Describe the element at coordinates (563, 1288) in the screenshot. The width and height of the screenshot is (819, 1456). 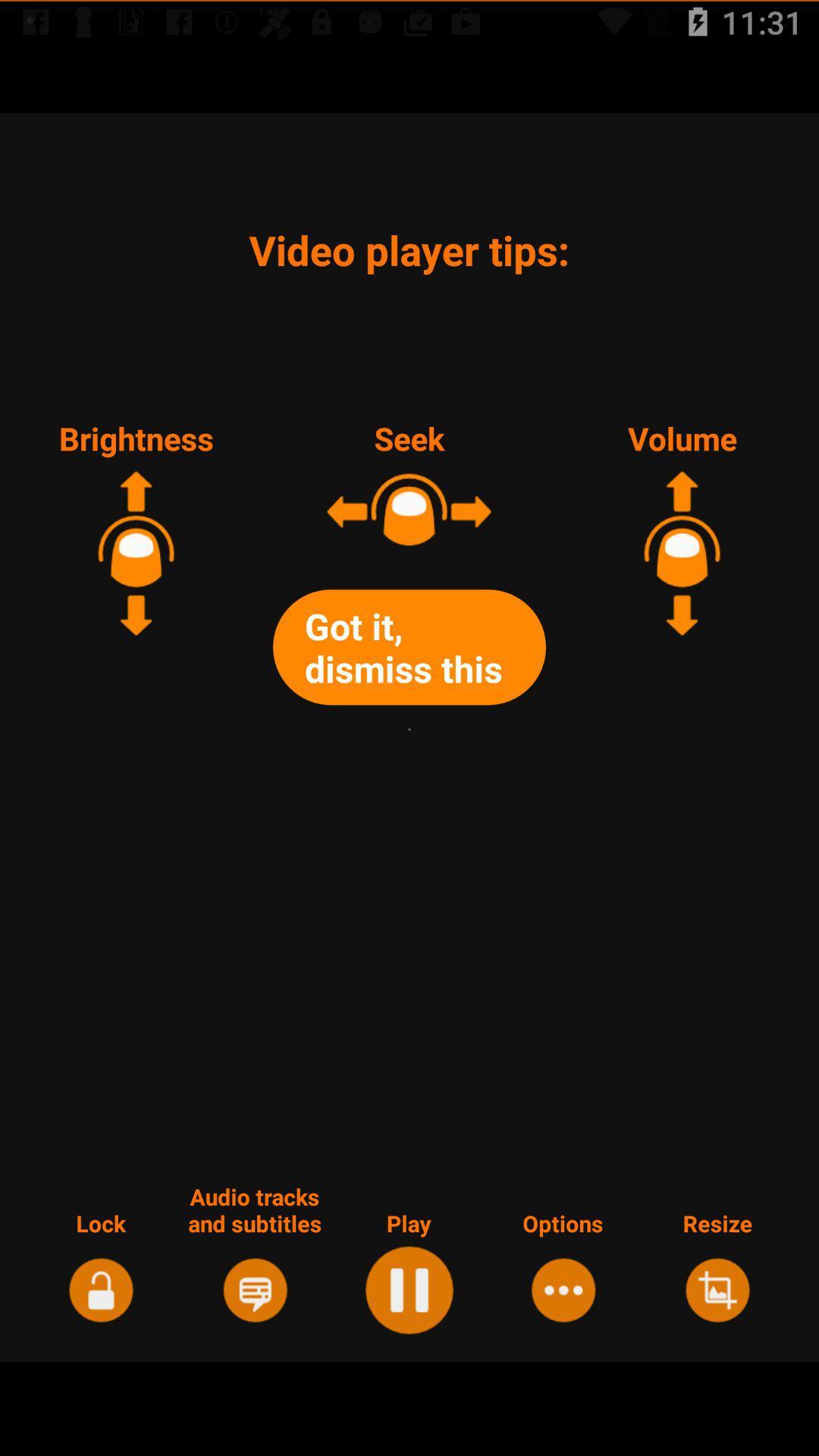
I see `the icon under the text options` at that location.